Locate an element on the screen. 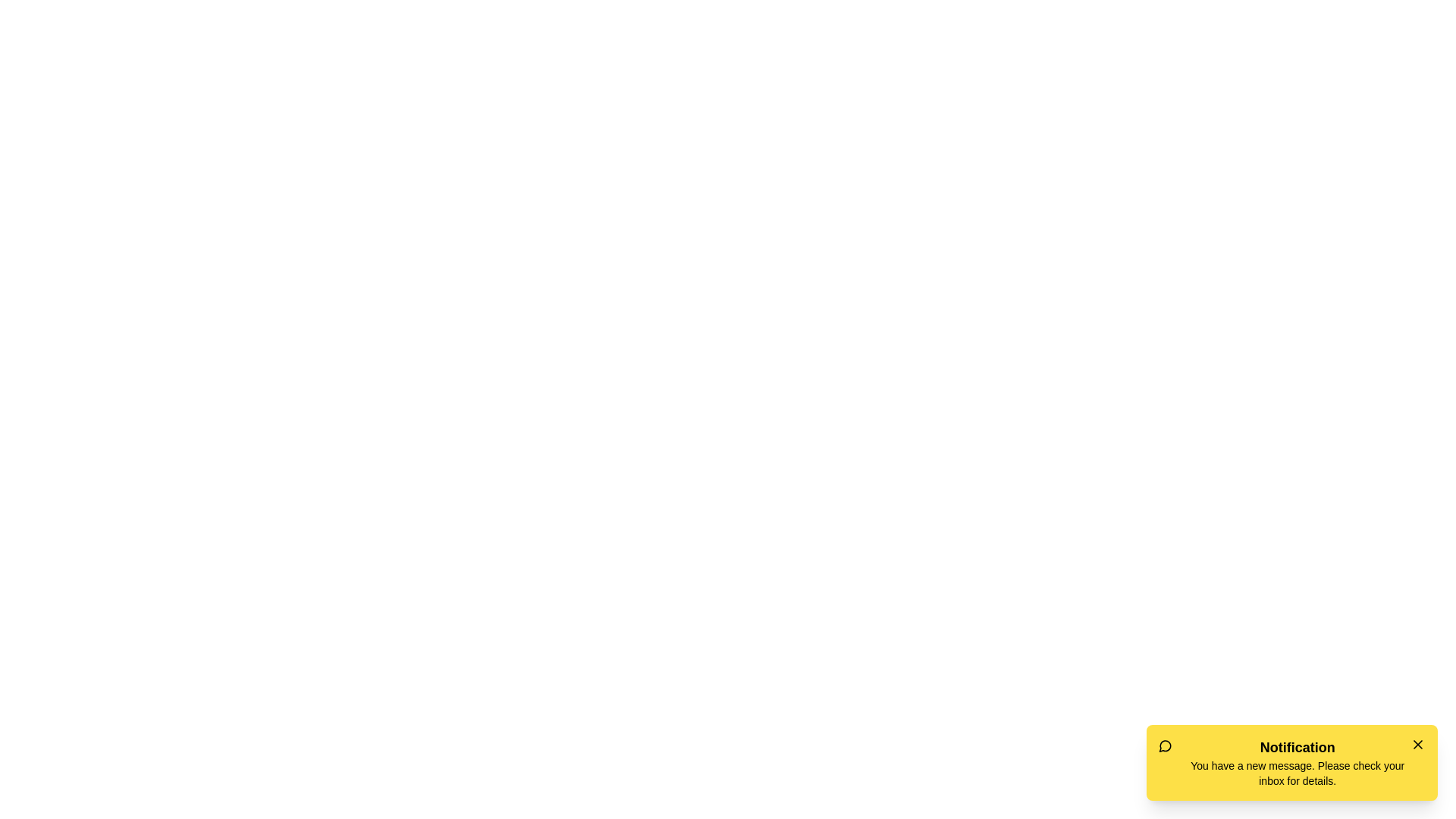  the notification icon to interact with it is located at coordinates (1164, 745).